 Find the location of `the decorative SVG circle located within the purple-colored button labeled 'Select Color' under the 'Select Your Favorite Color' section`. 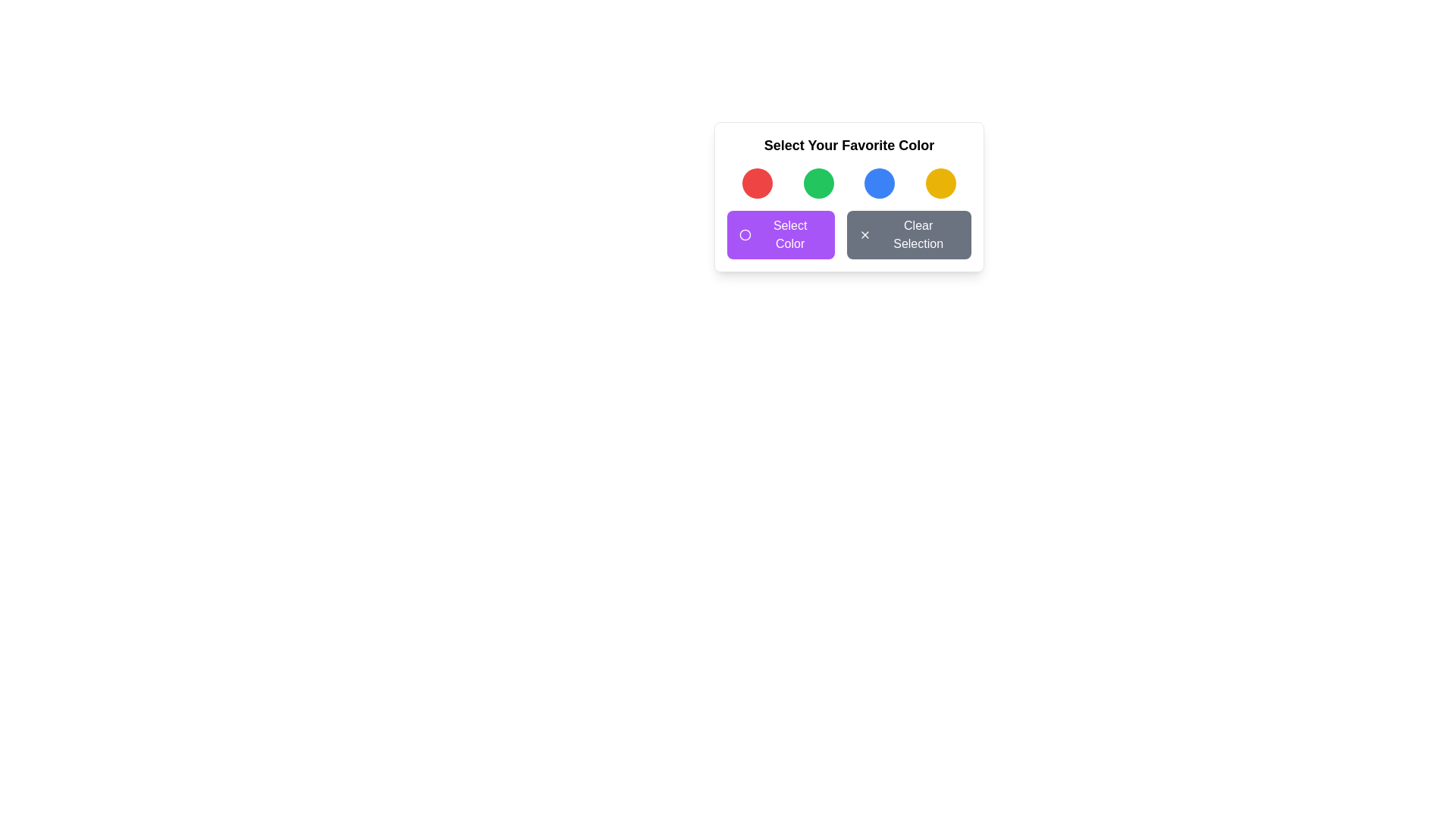

the decorative SVG circle located within the purple-colored button labeled 'Select Color' under the 'Select Your Favorite Color' section is located at coordinates (745, 234).